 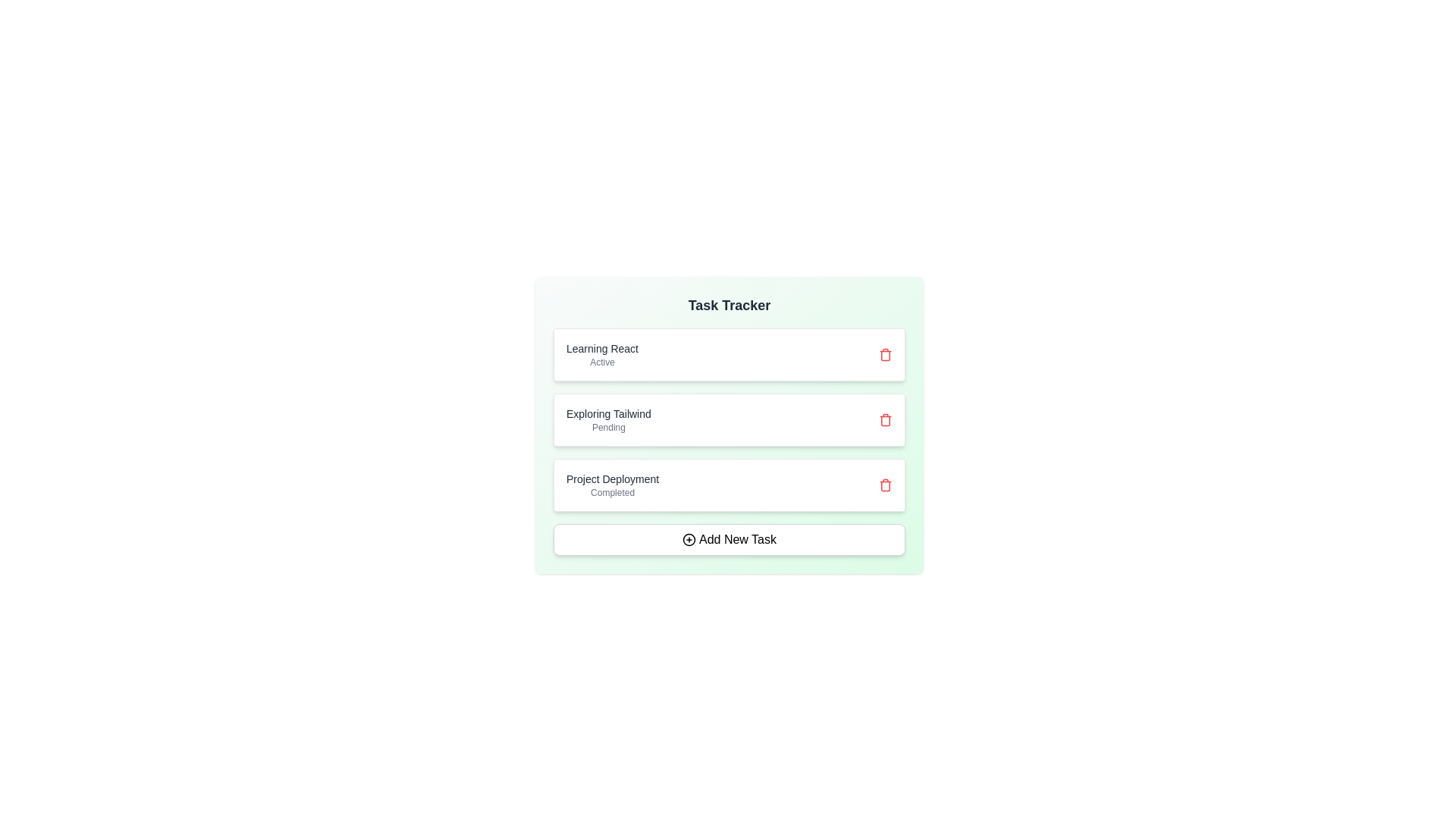 I want to click on the task card corresponding to Project Deployment, so click(x=729, y=485).